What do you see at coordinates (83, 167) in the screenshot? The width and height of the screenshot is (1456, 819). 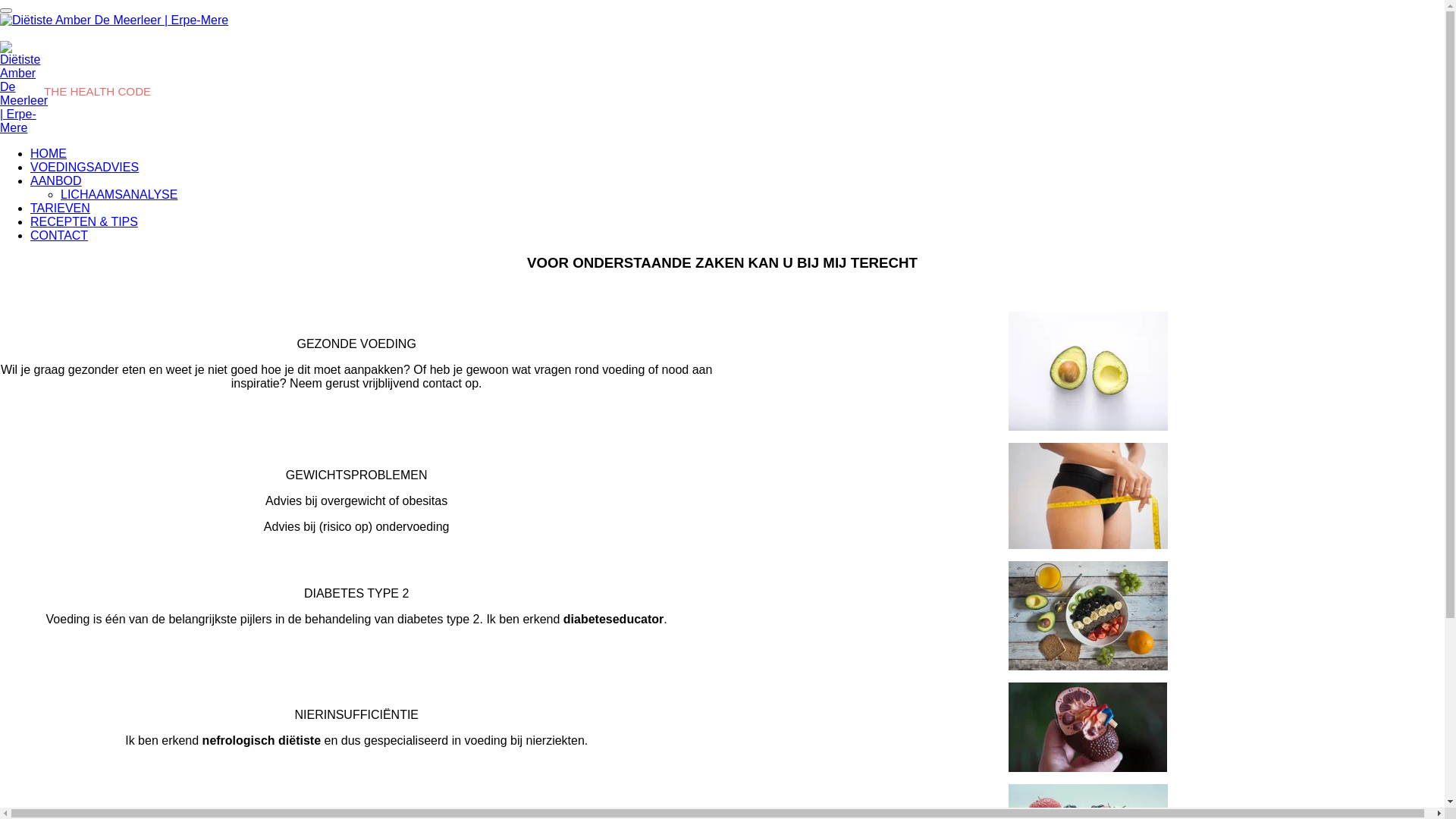 I see `'VOEDINGSADVIES'` at bounding box center [83, 167].